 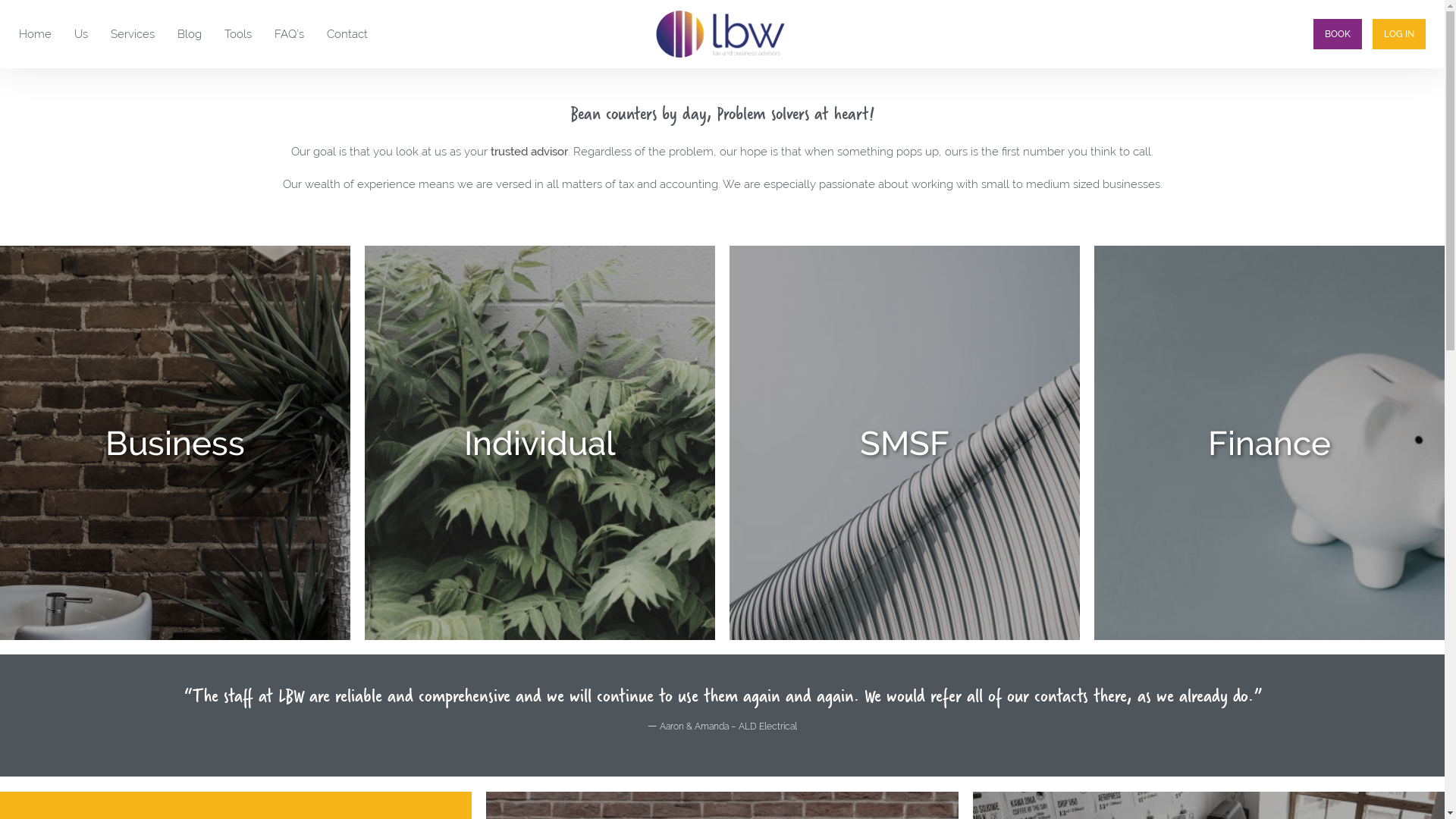 What do you see at coordinates (188, 34) in the screenshot?
I see `'Blog'` at bounding box center [188, 34].